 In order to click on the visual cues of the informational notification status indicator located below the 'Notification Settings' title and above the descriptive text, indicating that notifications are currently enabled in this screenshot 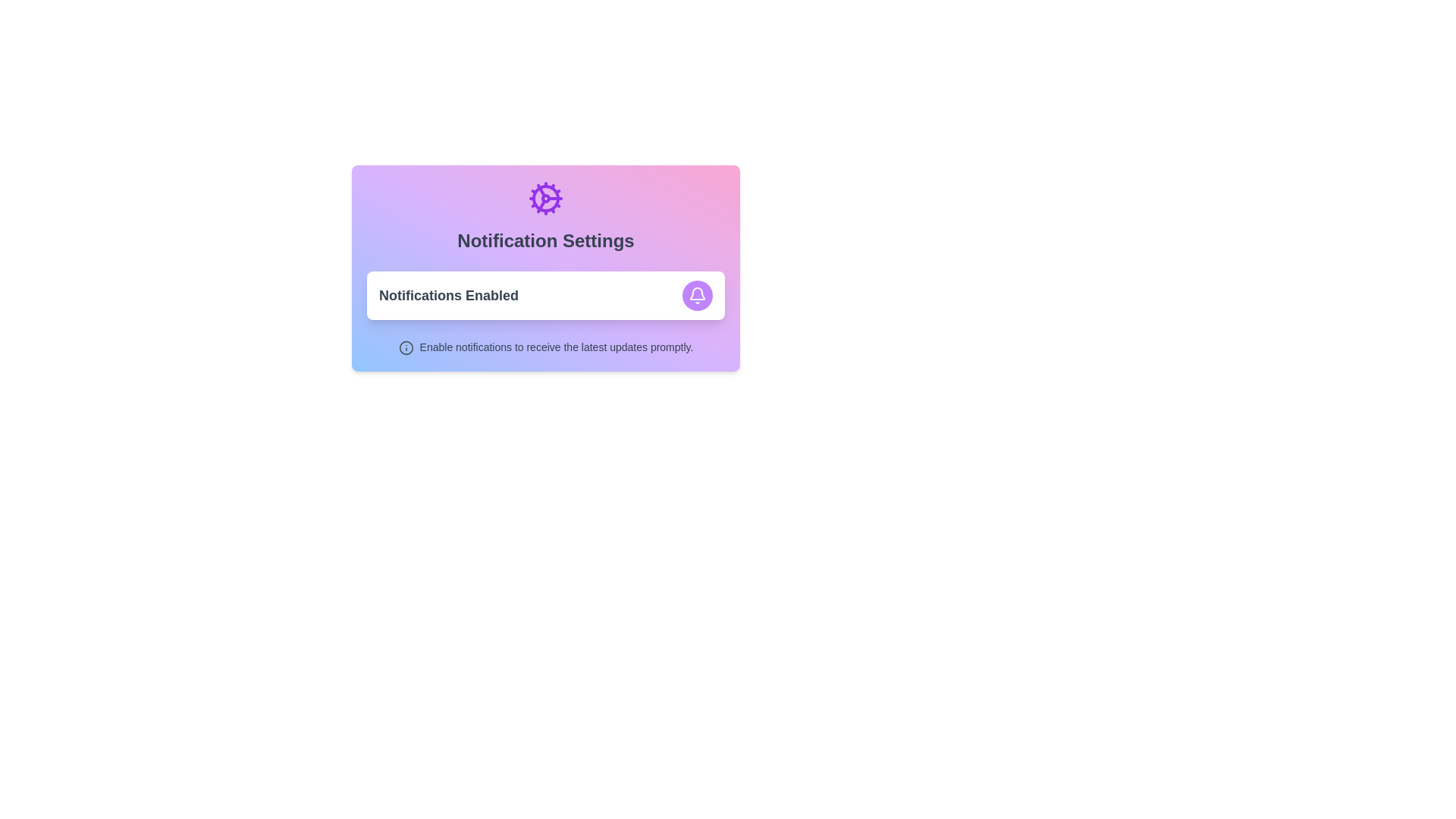, I will do `click(546, 295)`.